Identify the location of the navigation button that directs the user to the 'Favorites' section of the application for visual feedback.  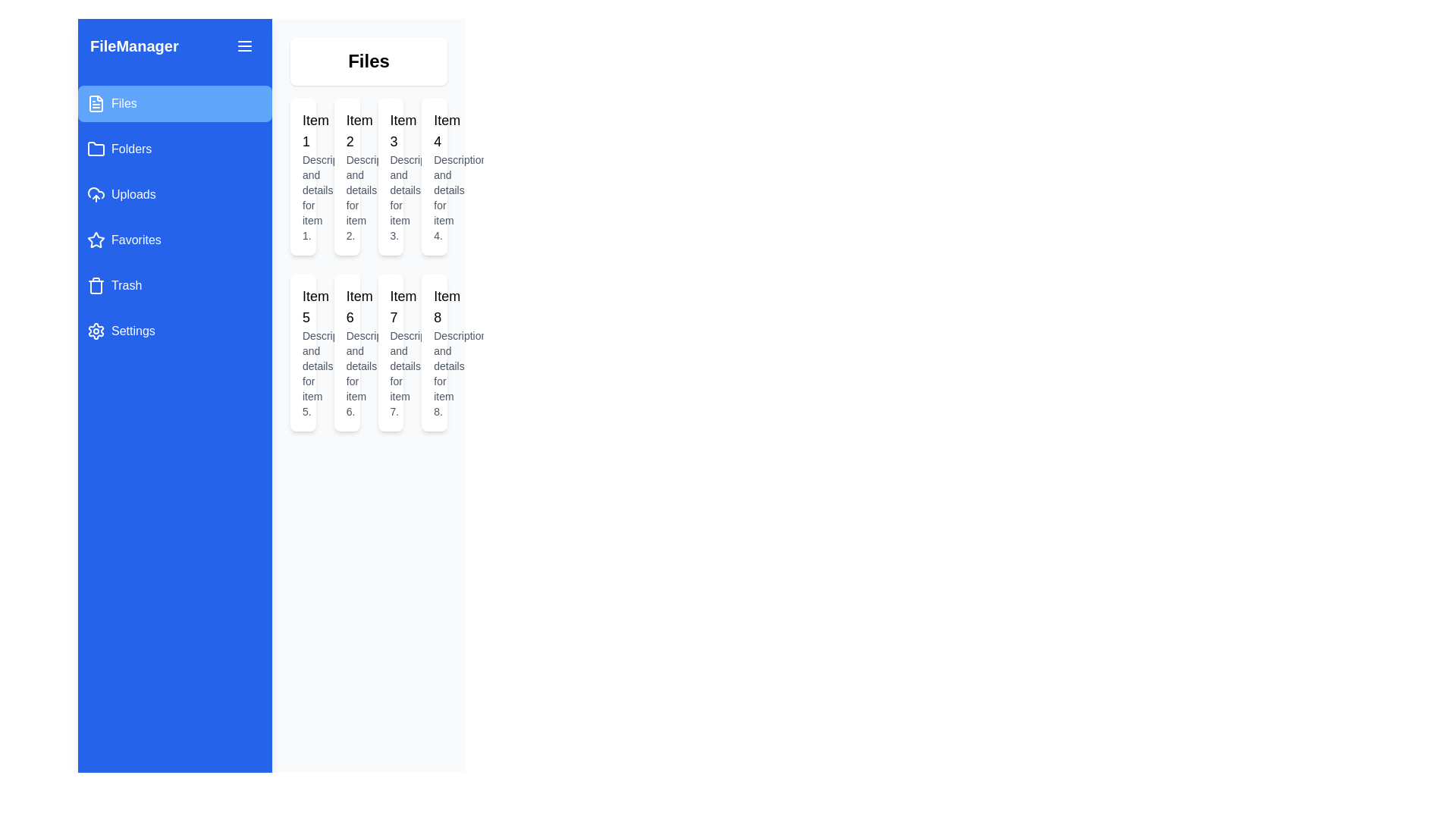
(174, 239).